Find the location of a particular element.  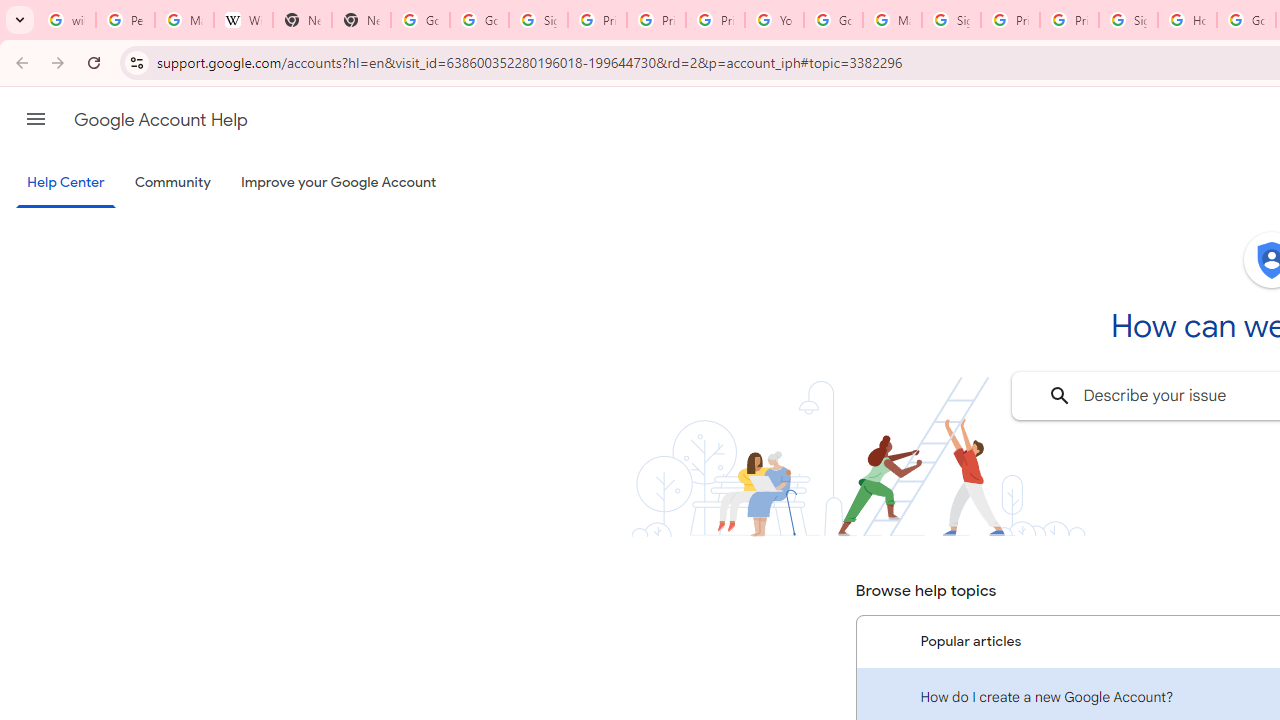

'YouTube' is located at coordinates (773, 20).